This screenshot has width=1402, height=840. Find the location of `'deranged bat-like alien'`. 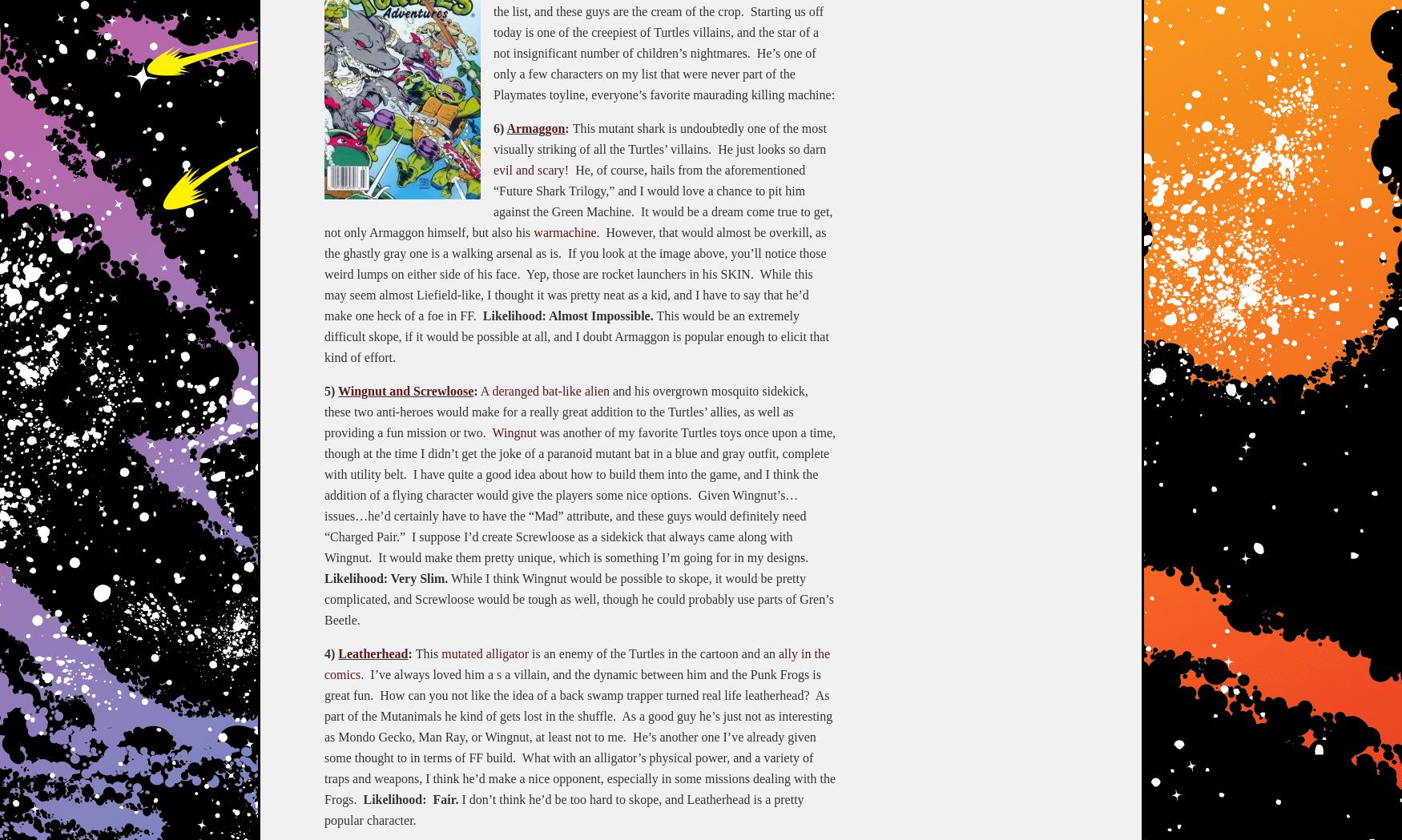

'deranged bat-like alien' is located at coordinates (550, 389).